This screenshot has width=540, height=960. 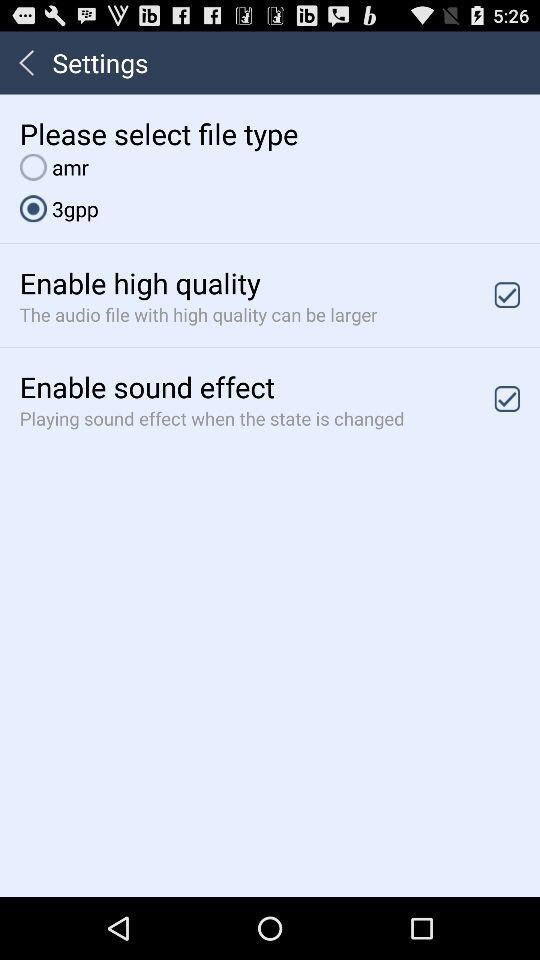 What do you see at coordinates (507, 294) in the screenshot?
I see `the item next to the the audio file app` at bounding box center [507, 294].